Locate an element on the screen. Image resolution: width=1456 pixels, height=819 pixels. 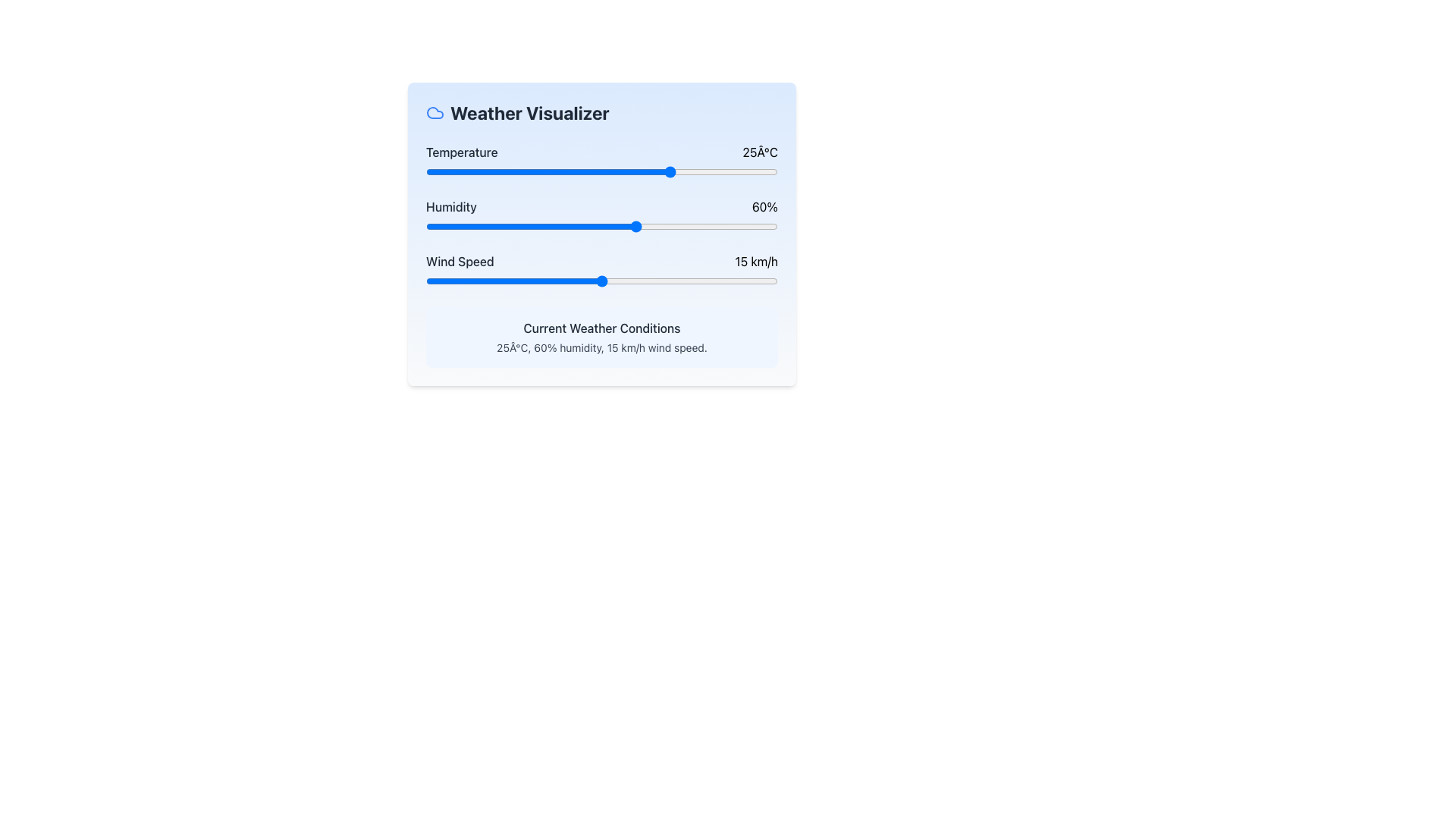
the static label 'Temperature' which provides context for the adjacent temperature value '25°C' in the weather visualization interface is located at coordinates (461, 152).